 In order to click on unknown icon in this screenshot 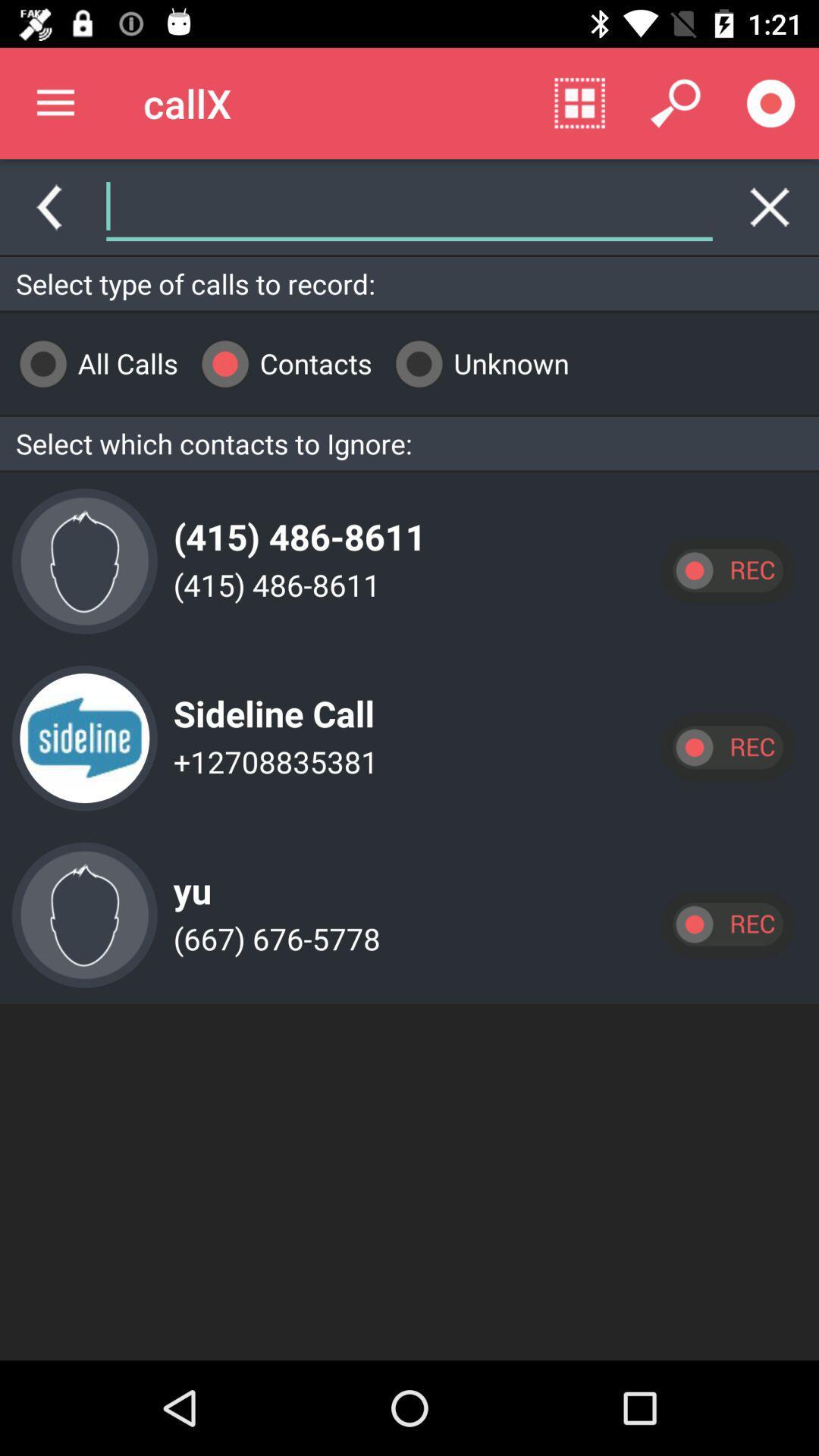, I will do `click(475, 362)`.